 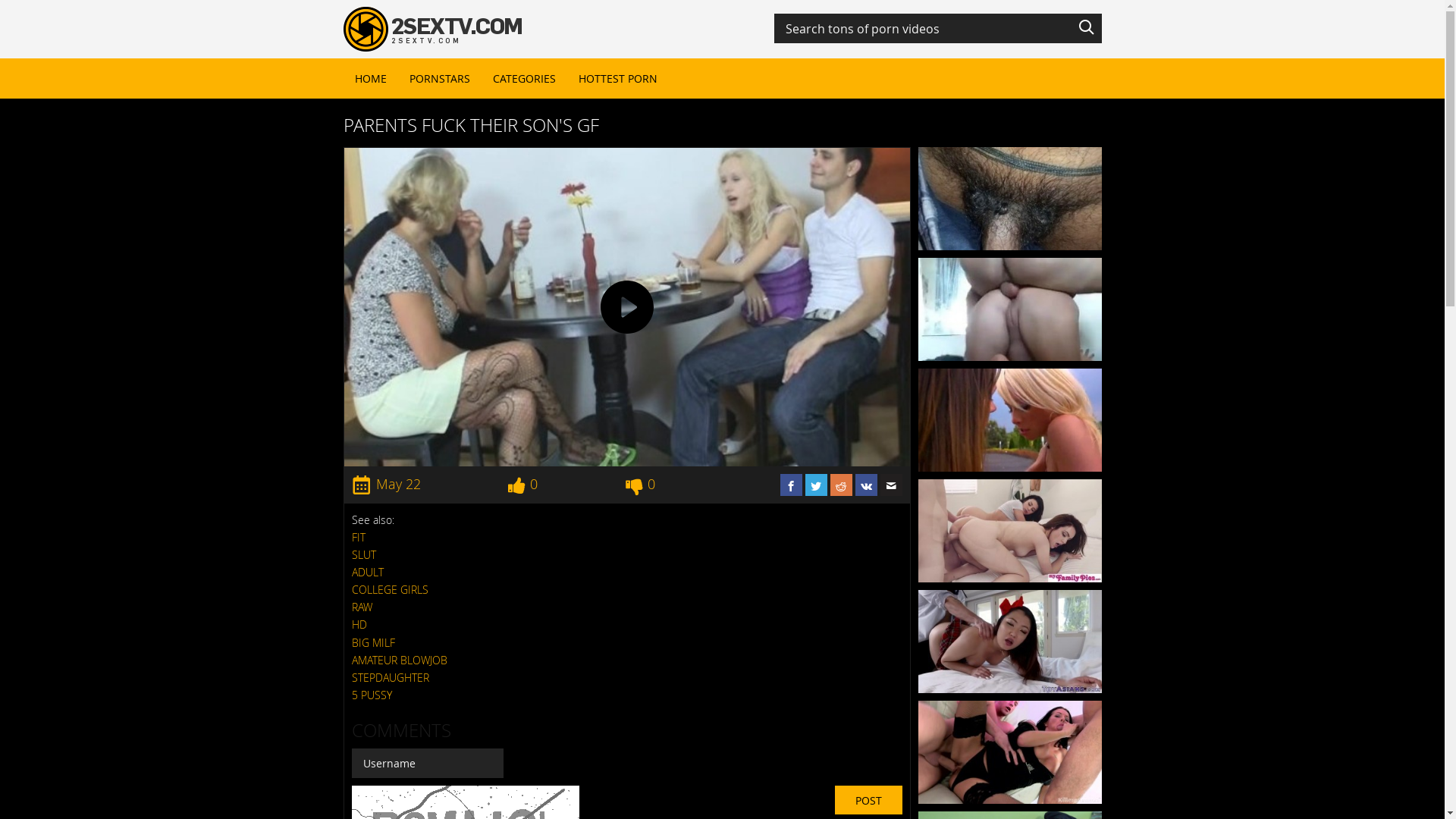 I want to click on 'PORNSTARS', so click(x=438, y=78).